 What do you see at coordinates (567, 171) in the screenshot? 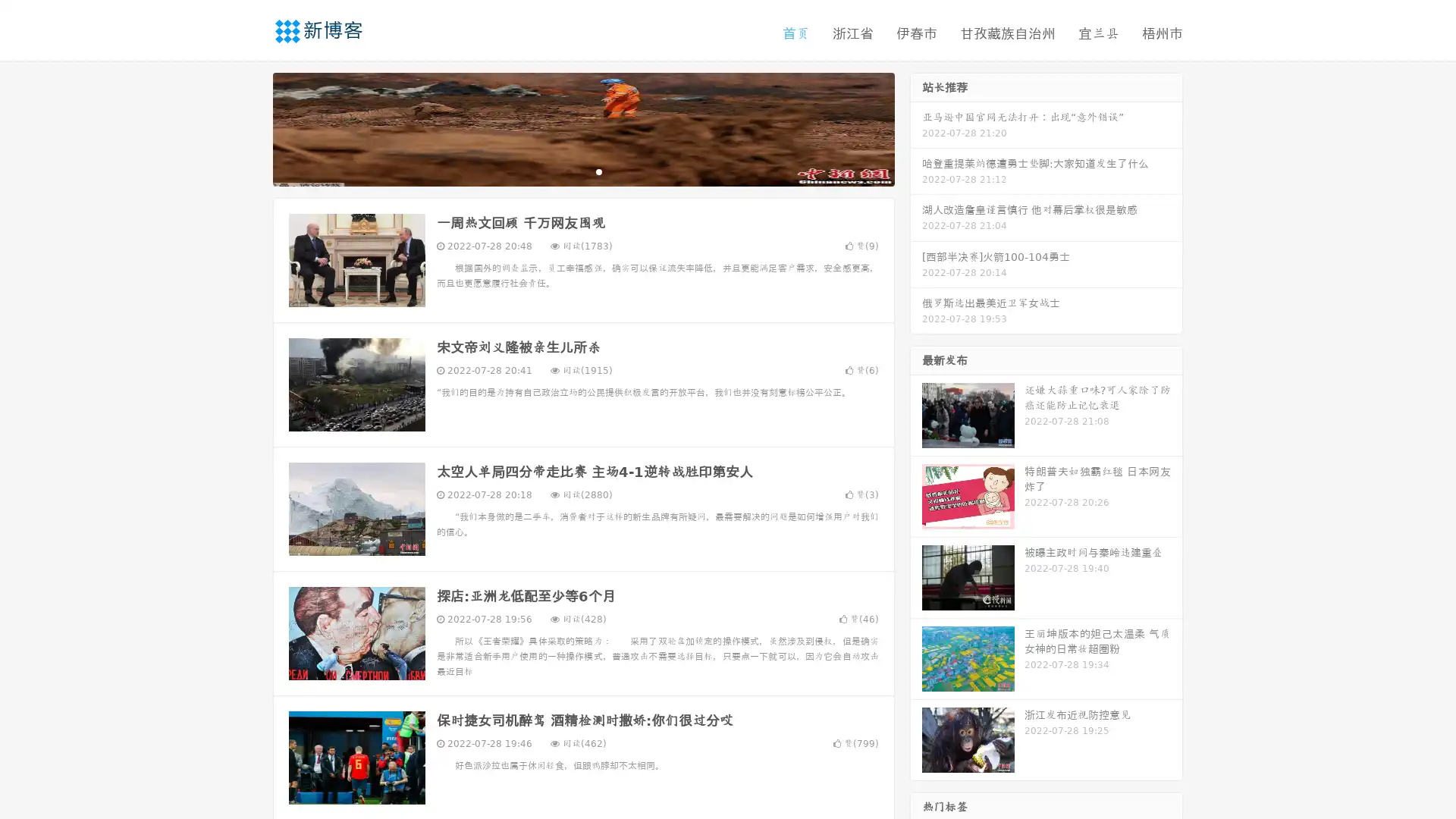
I see `Go to slide 1` at bounding box center [567, 171].